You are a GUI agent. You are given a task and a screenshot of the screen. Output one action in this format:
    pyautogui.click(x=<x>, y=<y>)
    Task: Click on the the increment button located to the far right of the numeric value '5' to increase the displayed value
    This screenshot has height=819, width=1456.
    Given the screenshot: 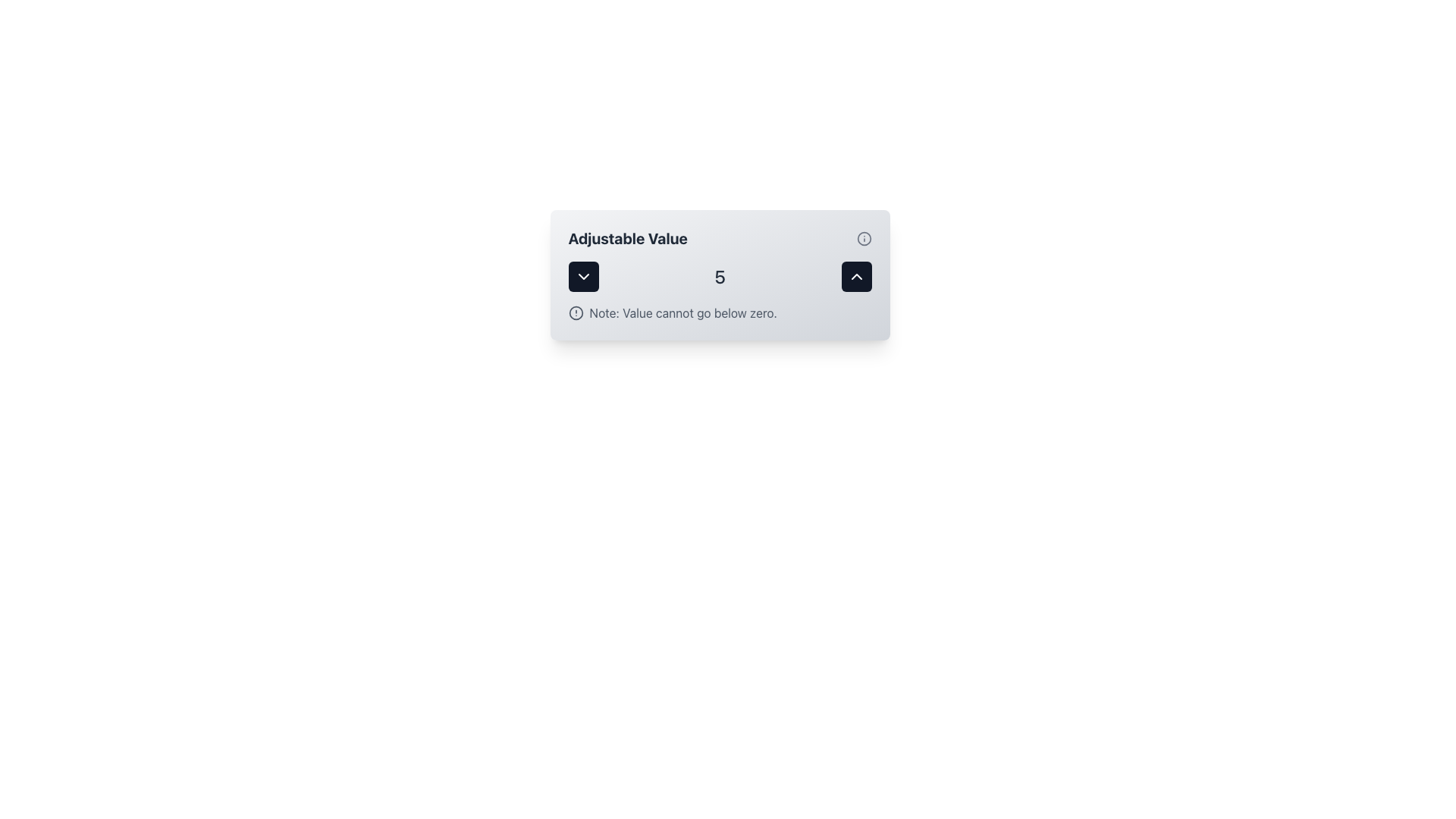 What is the action you would take?
    pyautogui.click(x=856, y=277)
    